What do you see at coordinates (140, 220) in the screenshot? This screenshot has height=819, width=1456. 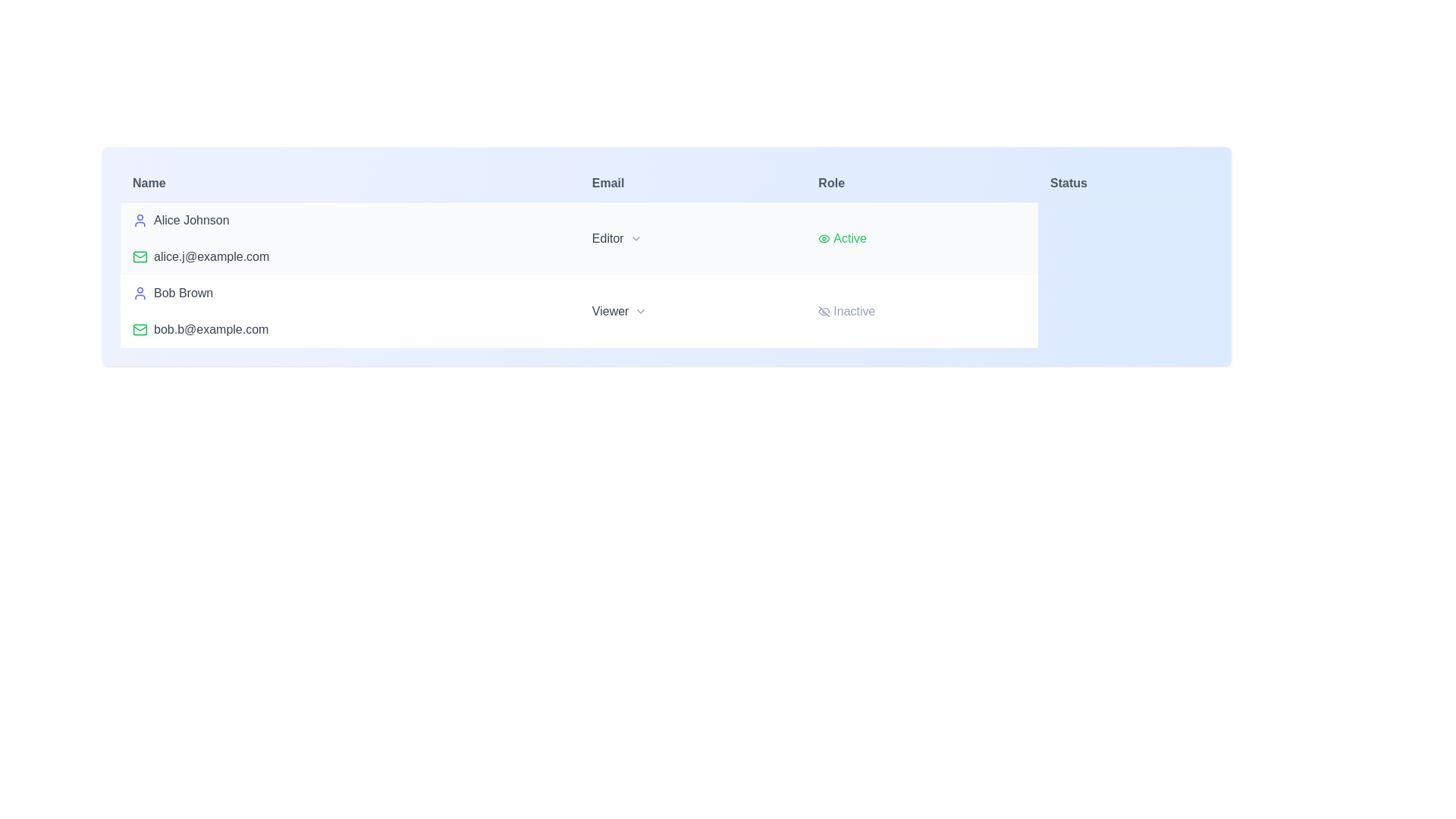 I see `the user profile icon resembling a circular head and body outline, styled in blue, located next to the name 'Alice Johnson' in the user details row` at bounding box center [140, 220].